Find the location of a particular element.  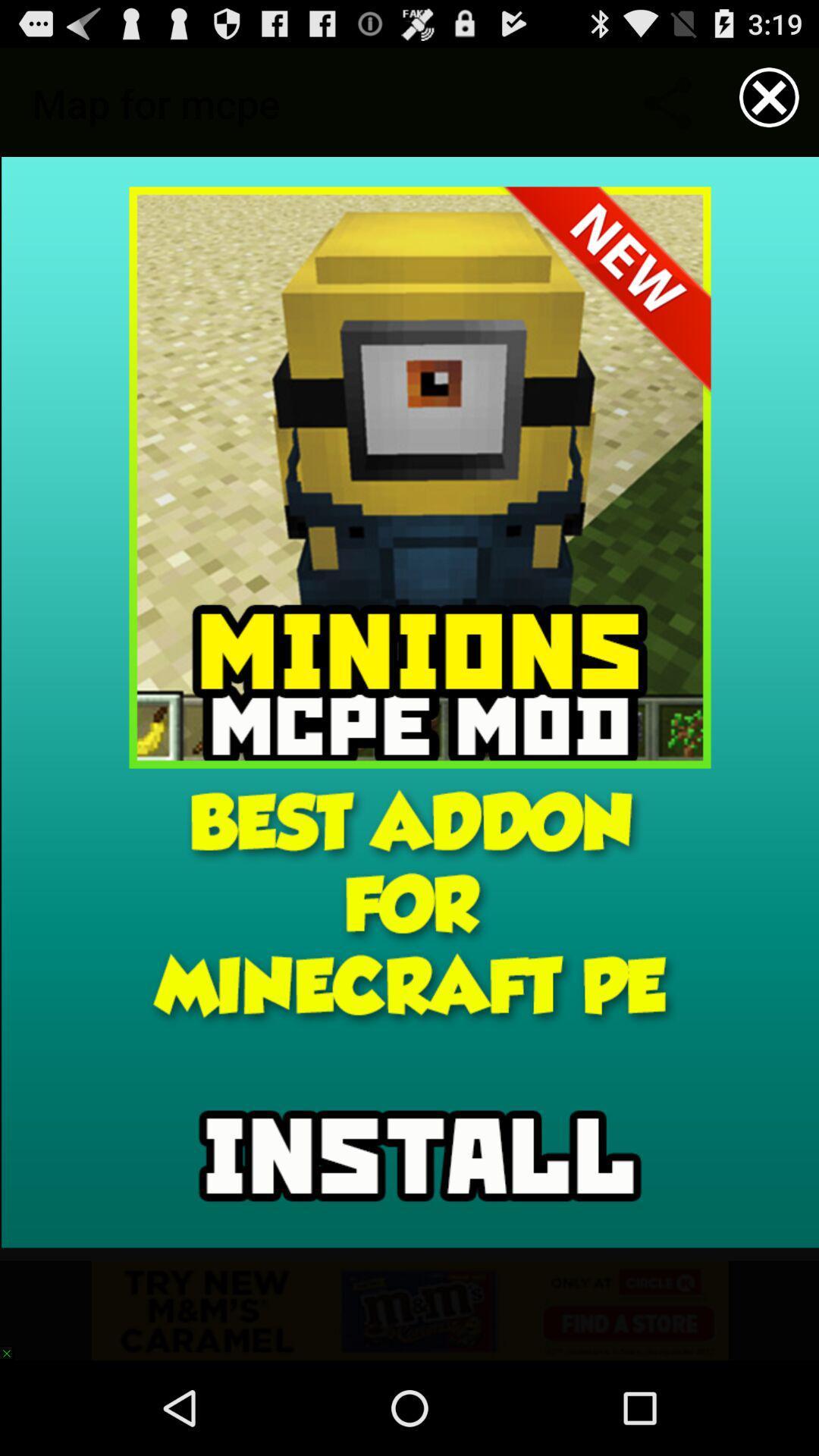

close is located at coordinates (769, 96).